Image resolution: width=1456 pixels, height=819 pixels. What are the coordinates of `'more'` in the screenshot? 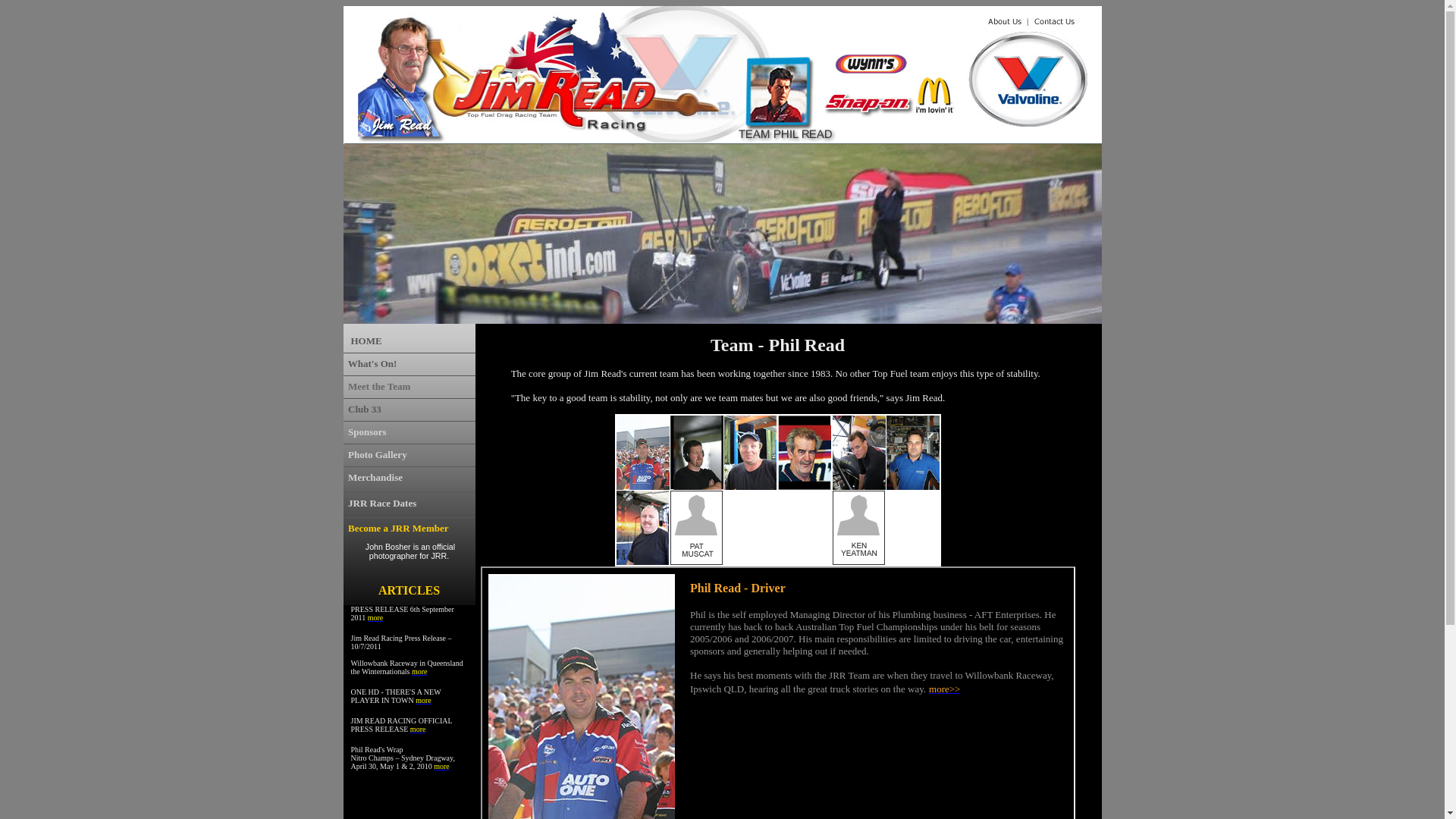 It's located at (441, 764).